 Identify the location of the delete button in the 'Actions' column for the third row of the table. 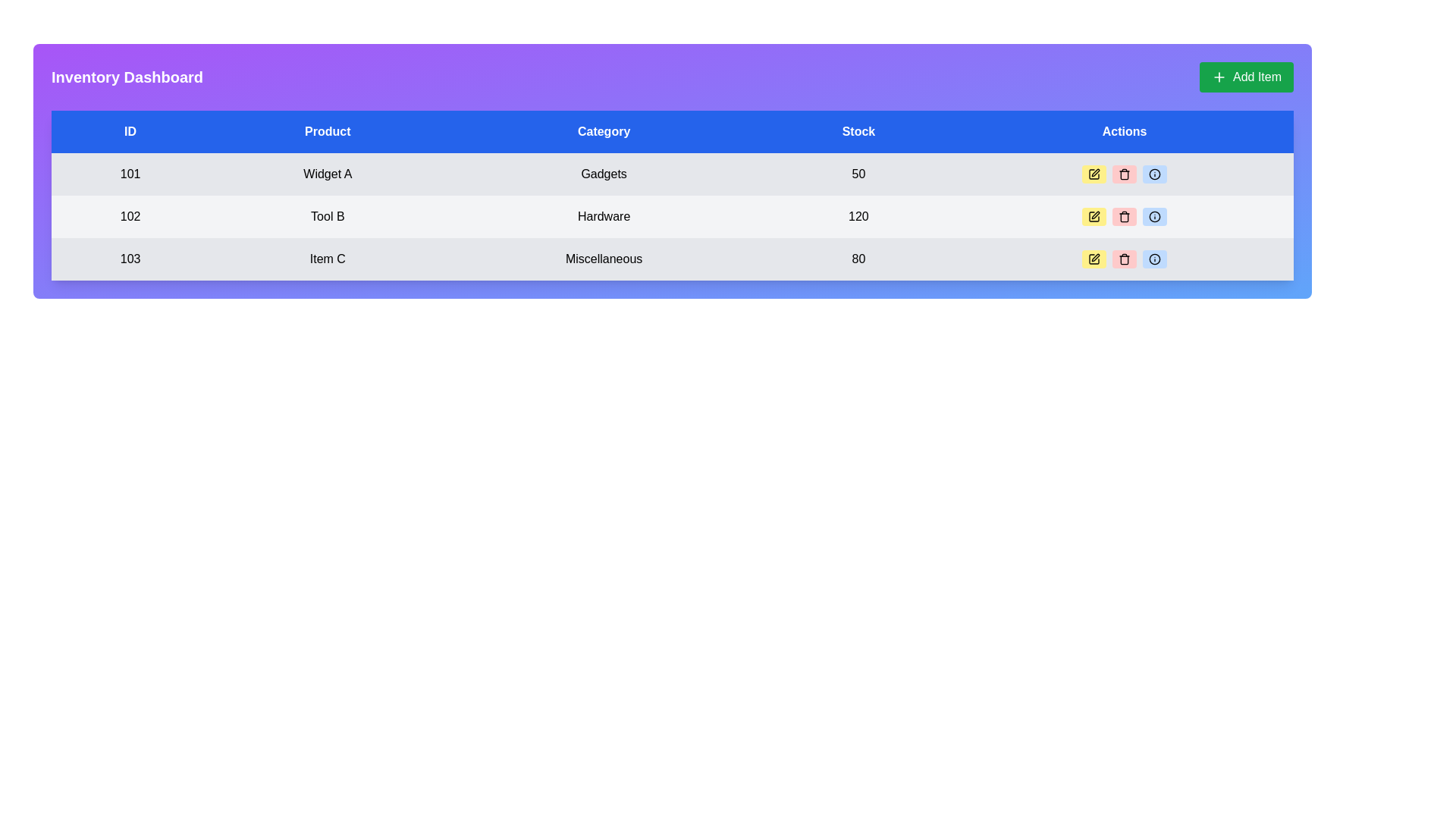
(1125, 259).